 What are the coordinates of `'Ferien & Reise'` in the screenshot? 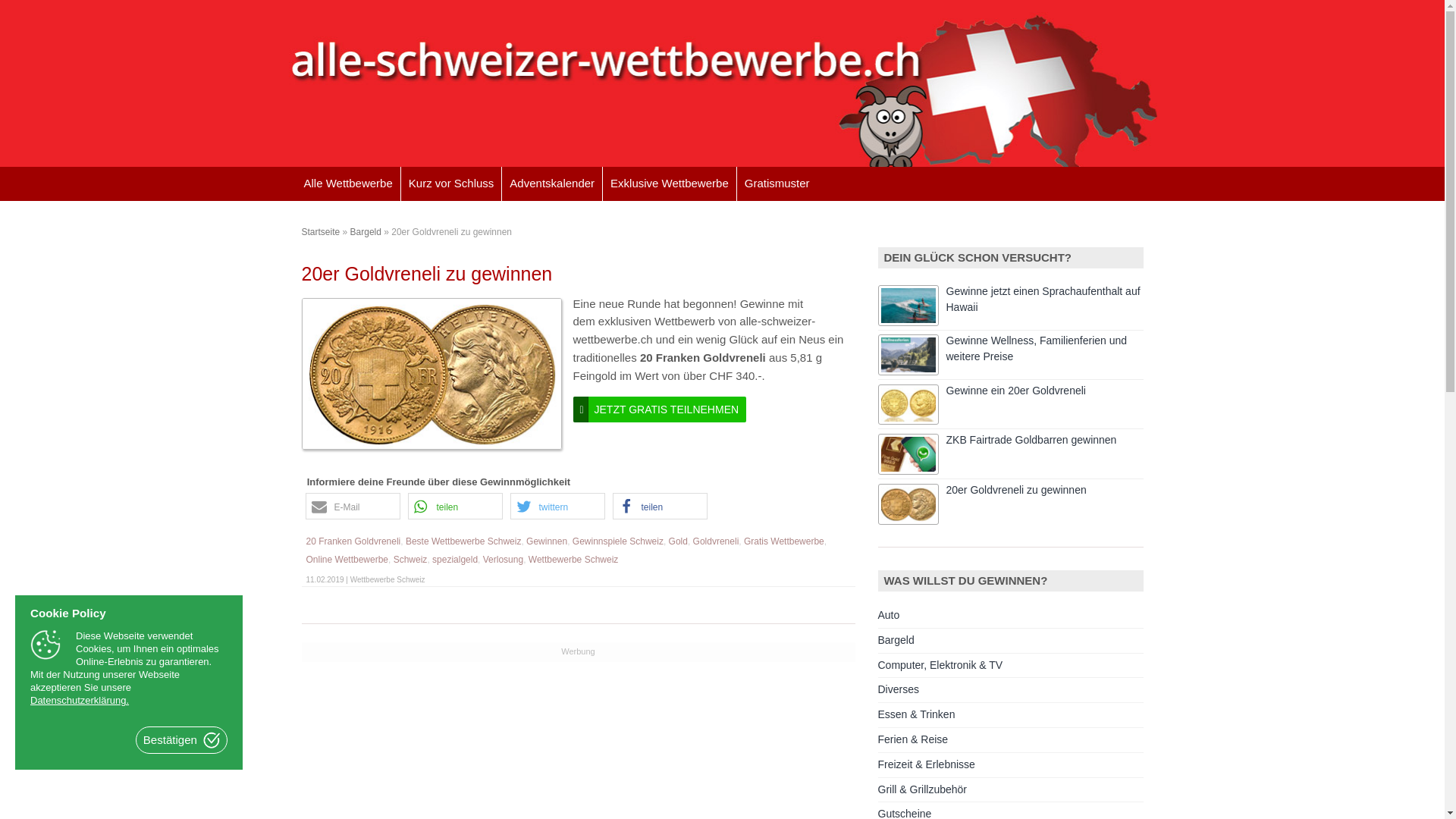 It's located at (912, 739).